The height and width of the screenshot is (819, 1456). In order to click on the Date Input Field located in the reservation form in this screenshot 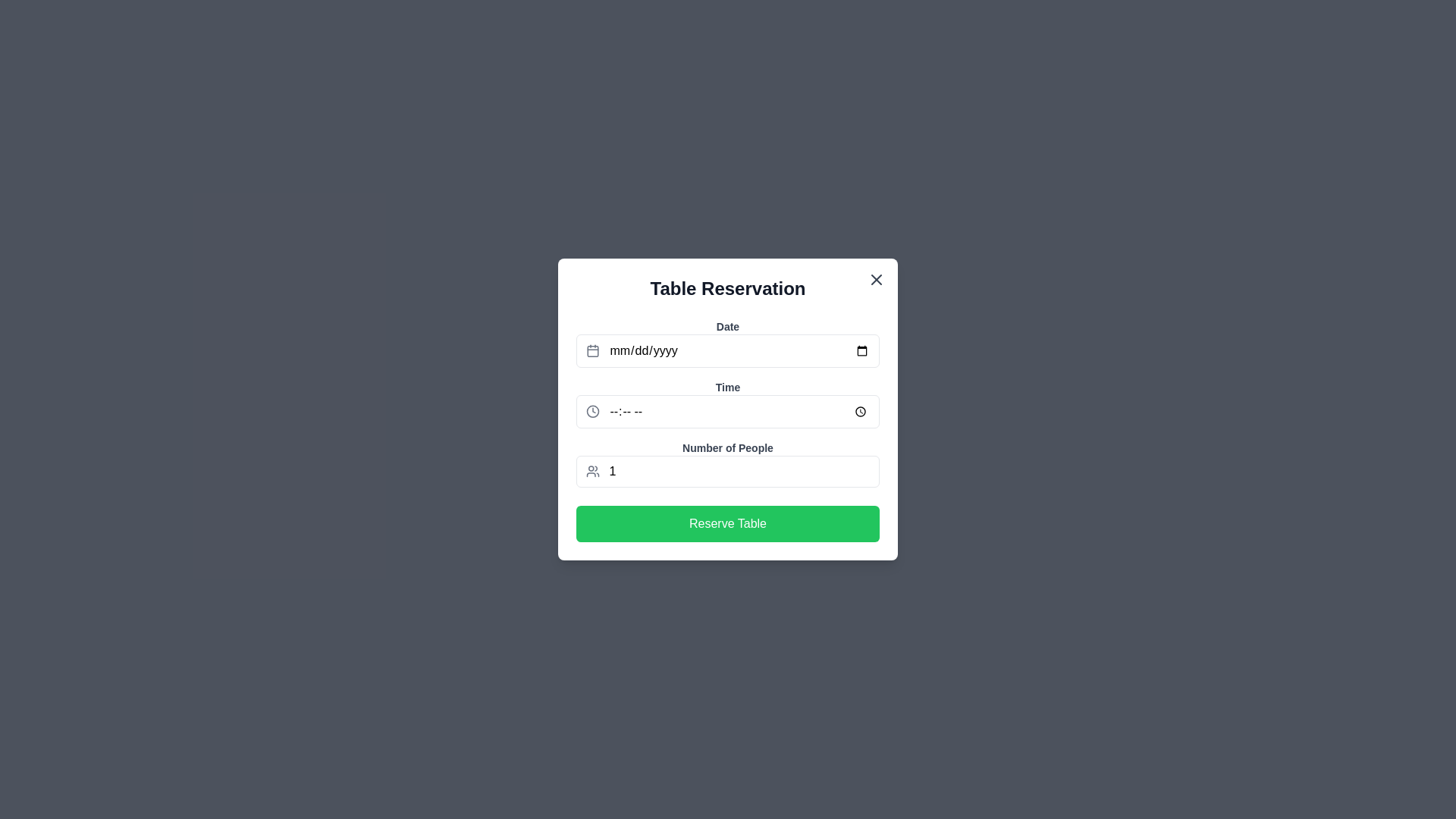, I will do `click(739, 350)`.